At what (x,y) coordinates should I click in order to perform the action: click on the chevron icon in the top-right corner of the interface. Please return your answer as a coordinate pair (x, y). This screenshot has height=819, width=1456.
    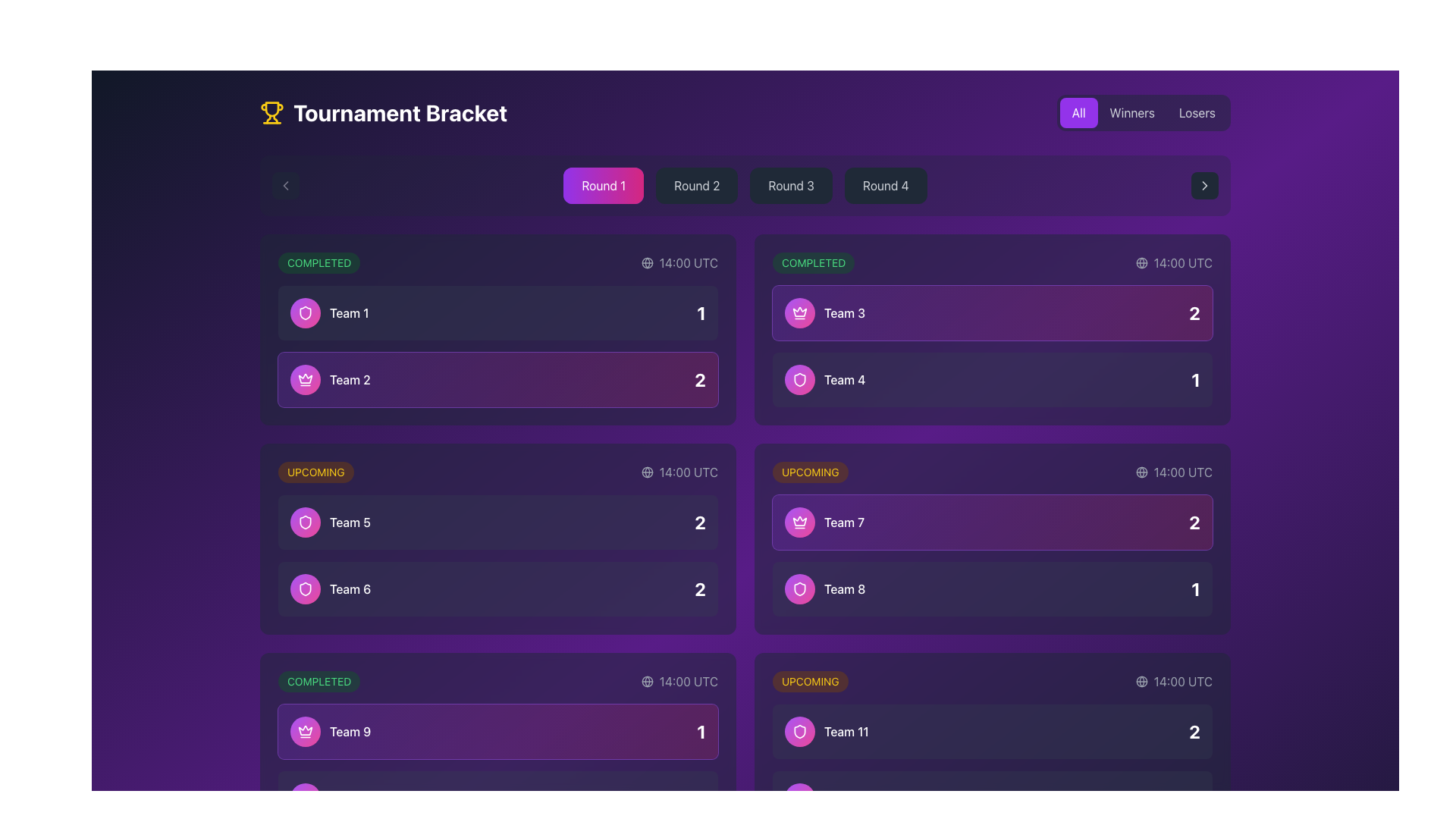
    Looking at the image, I should click on (1203, 185).